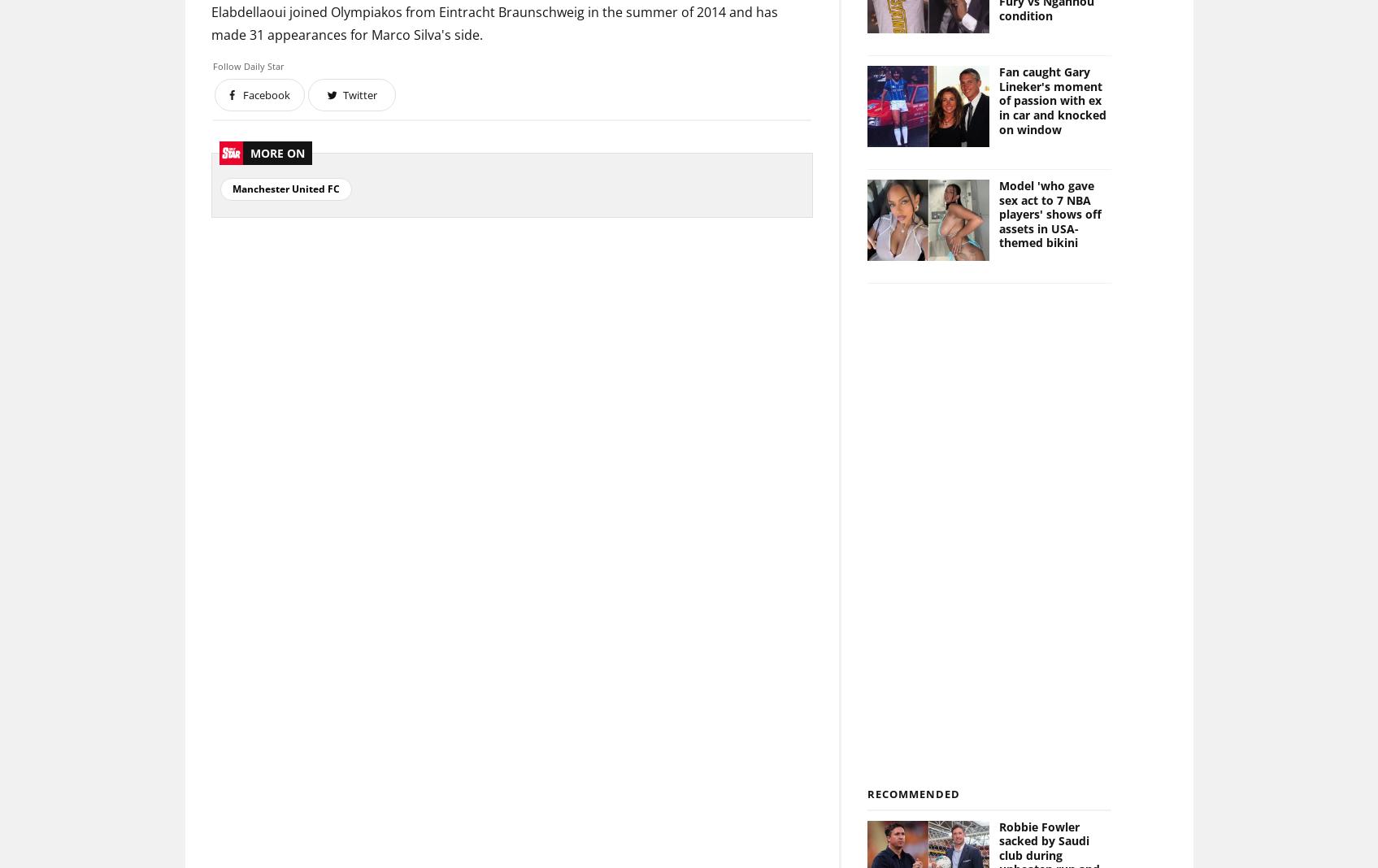 The image size is (1378, 868). What do you see at coordinates (228, 65) in the screenshot?
I see `'Follow'` at bounding box center [228, 65].